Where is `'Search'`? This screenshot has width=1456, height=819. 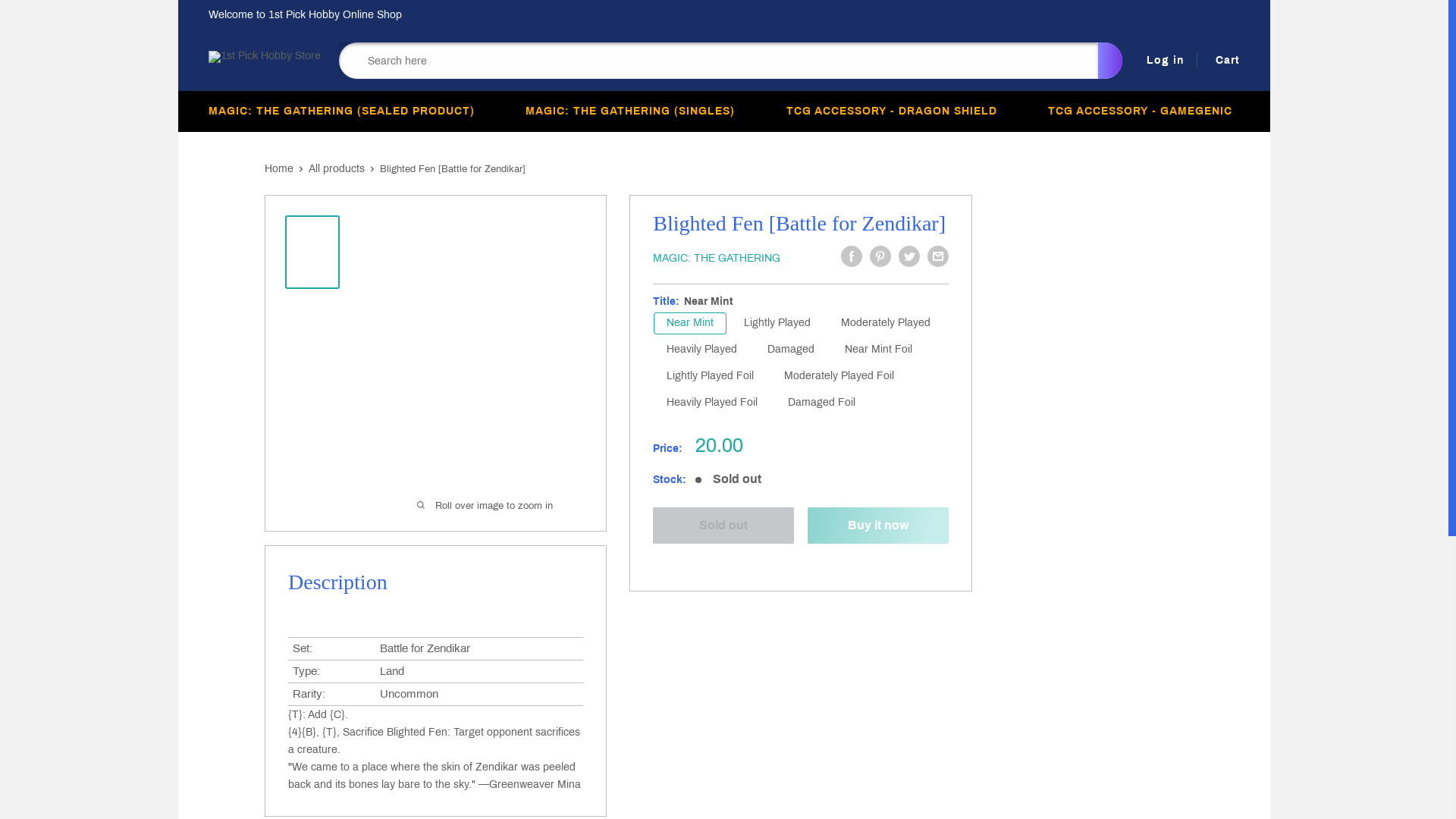
'Search' is located at coordinates (1098, 60).